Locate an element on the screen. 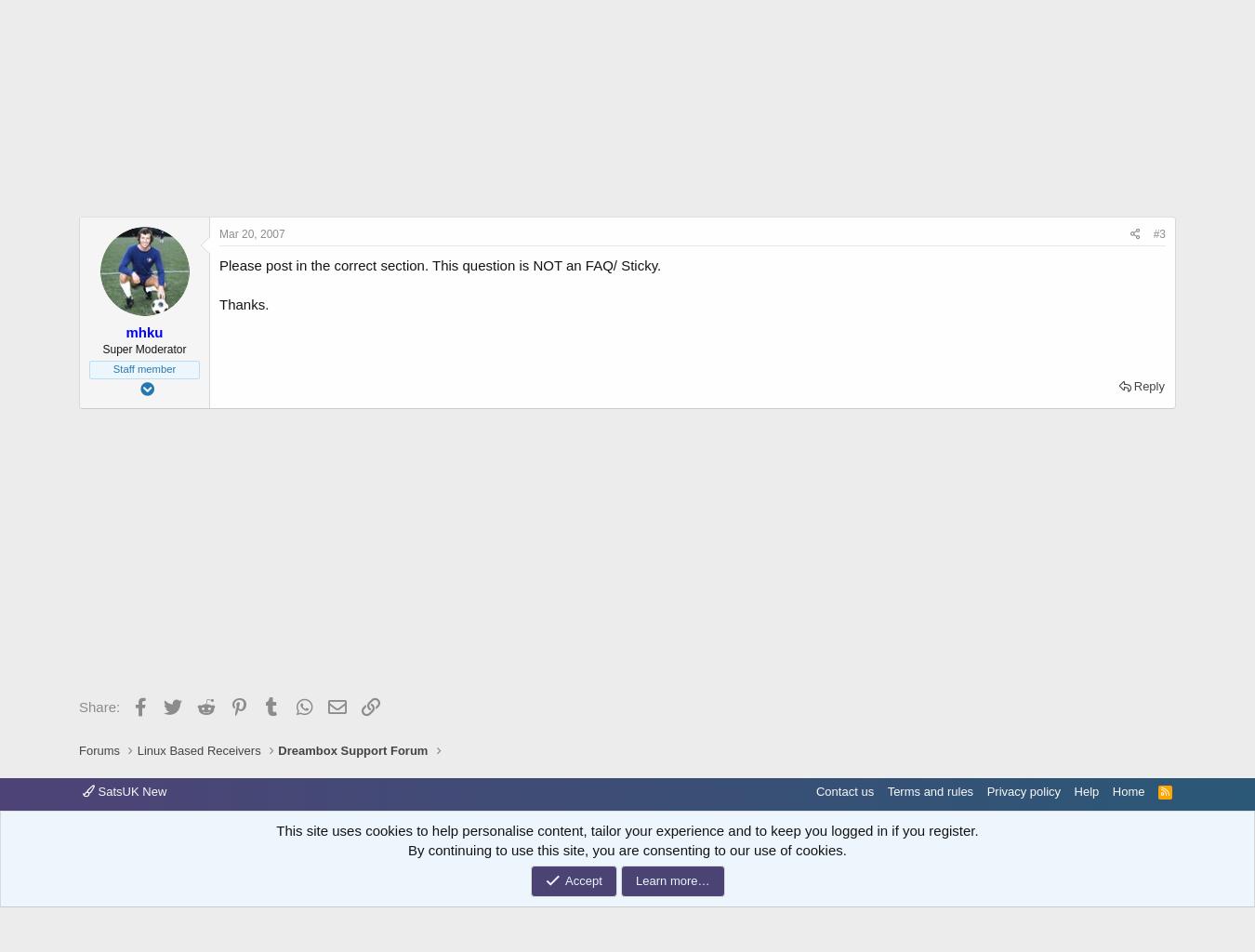  'Please post in the correct section. This question is NOT an FAQ/ Sticky.' is located at coordinates (218, 264).